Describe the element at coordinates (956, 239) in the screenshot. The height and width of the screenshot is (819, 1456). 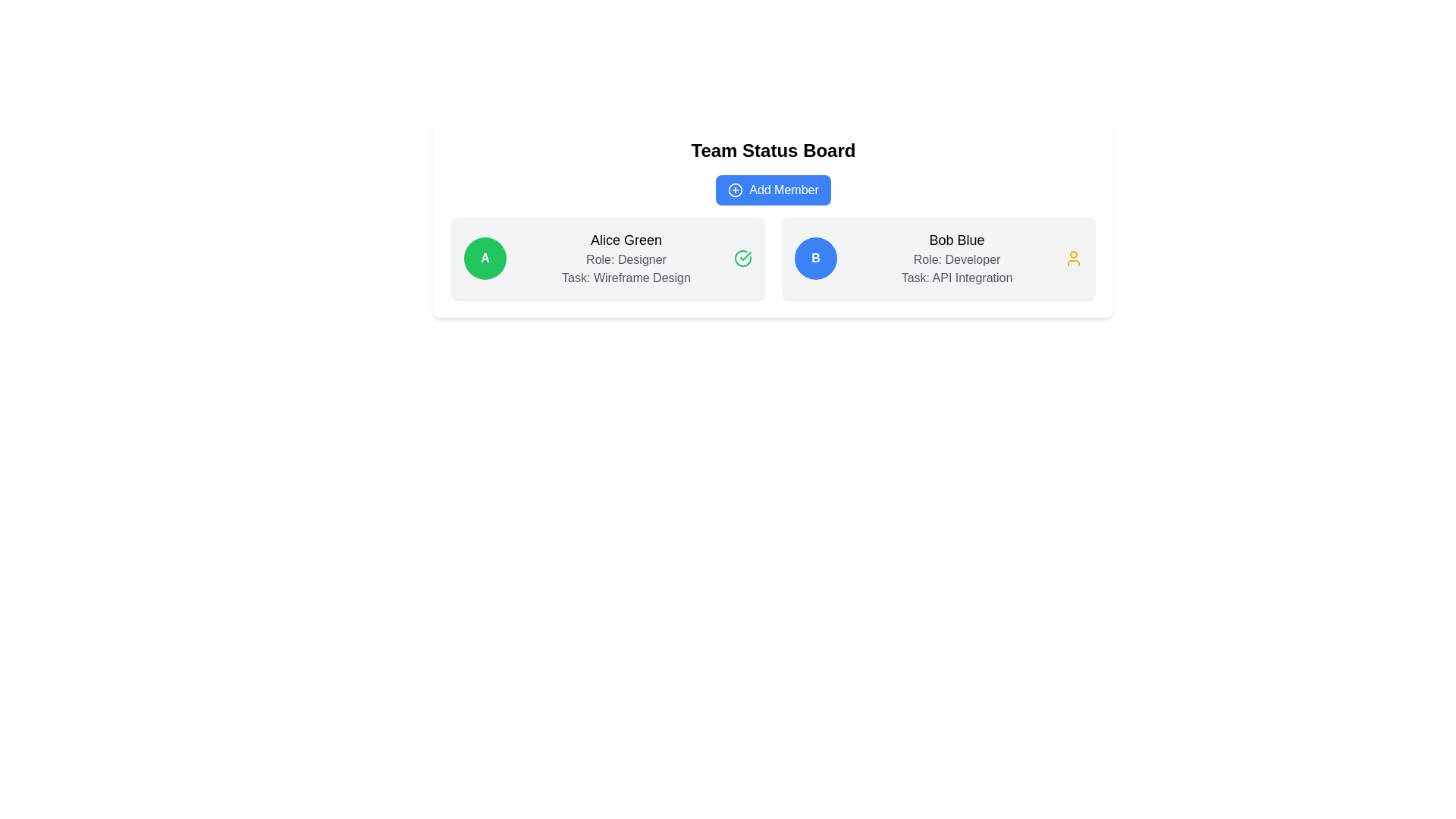
I see `the text label displaying the name of the team member 'Bob Blue' in the Team Status Board layout, located in the right card of a two-card layout` at that location.